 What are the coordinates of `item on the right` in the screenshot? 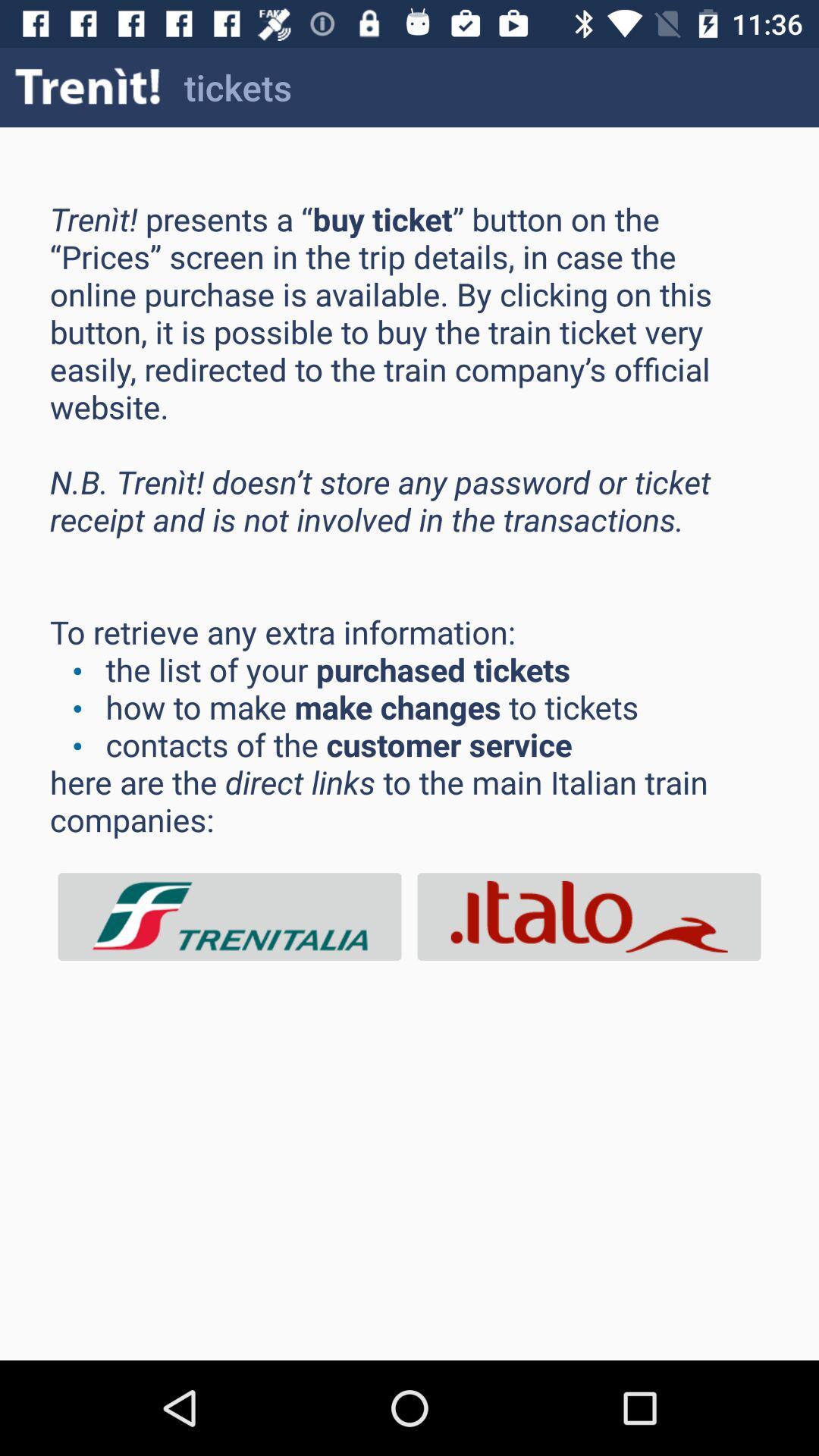 It's located at (588, 916).